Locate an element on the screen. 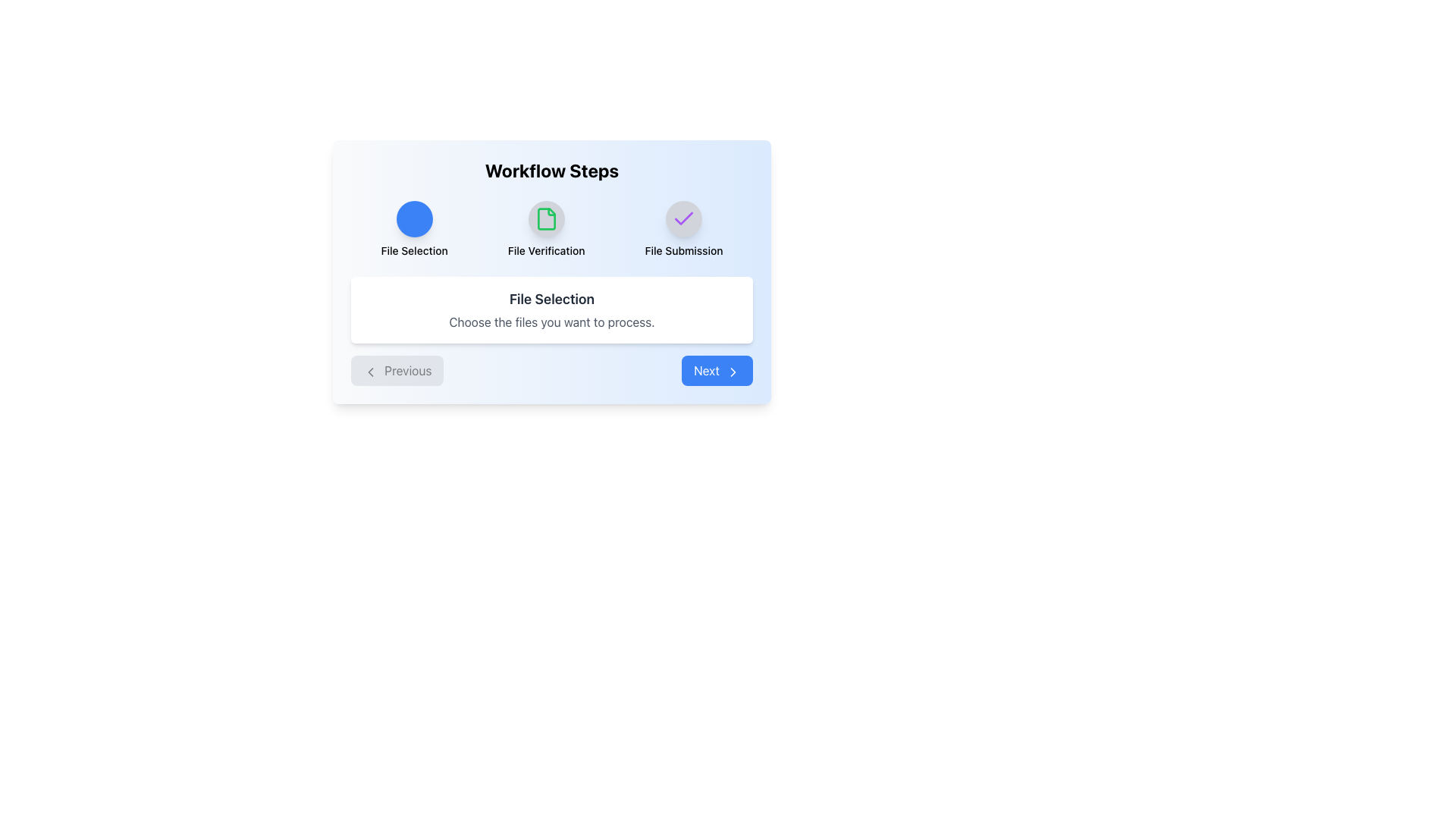  the 'File Submission' text label, which is centrally aligned below a circular checkmark icon and is the last item in a sequence of three workflow steps is located at coordinates (683, 250).